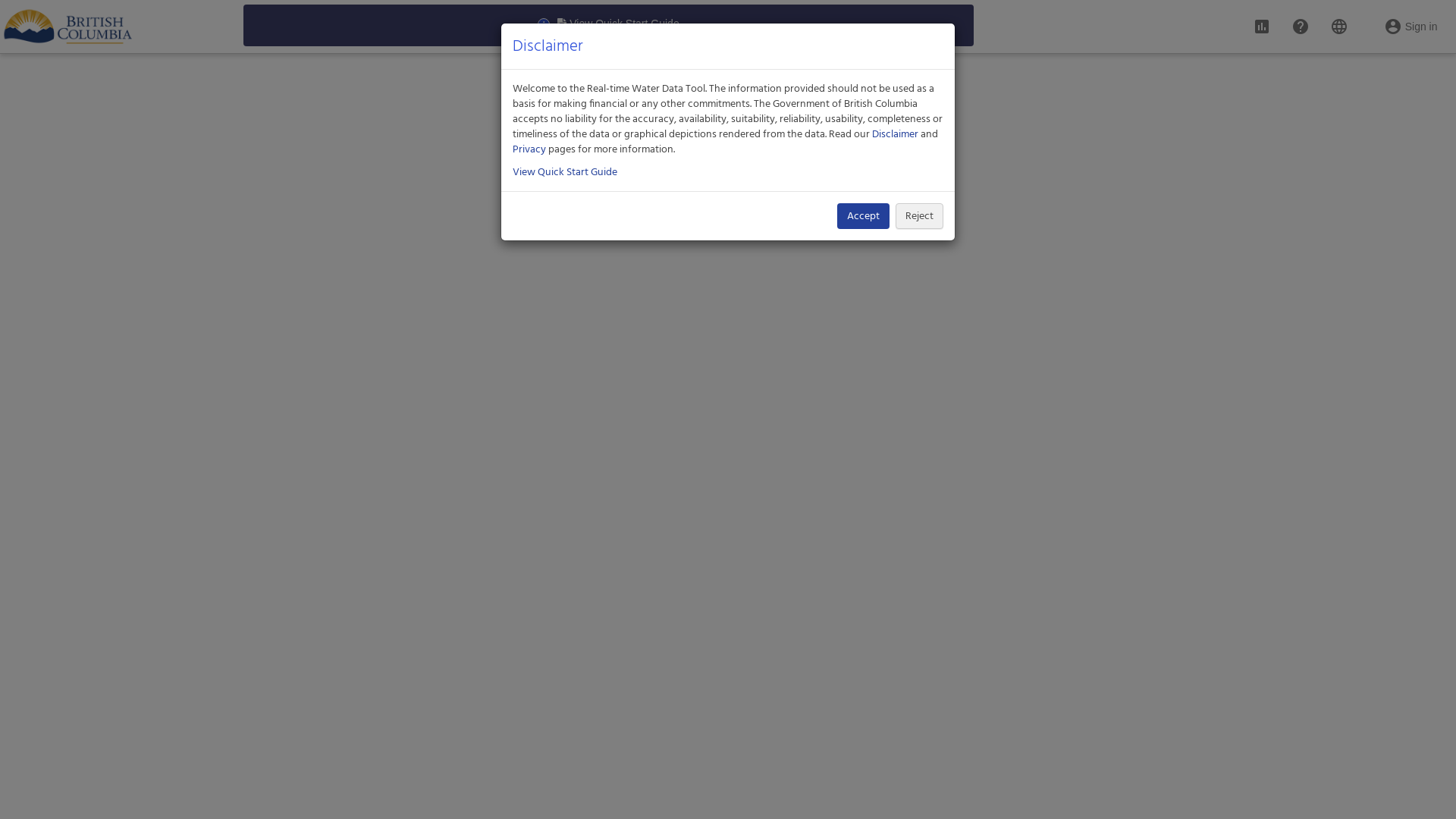 This screenshot has height=819, width=1456. What do you see at coordinates (563, 171) in the screenshot?
I see `'View Quick Start Guide'` at bounding box center [563, 171].